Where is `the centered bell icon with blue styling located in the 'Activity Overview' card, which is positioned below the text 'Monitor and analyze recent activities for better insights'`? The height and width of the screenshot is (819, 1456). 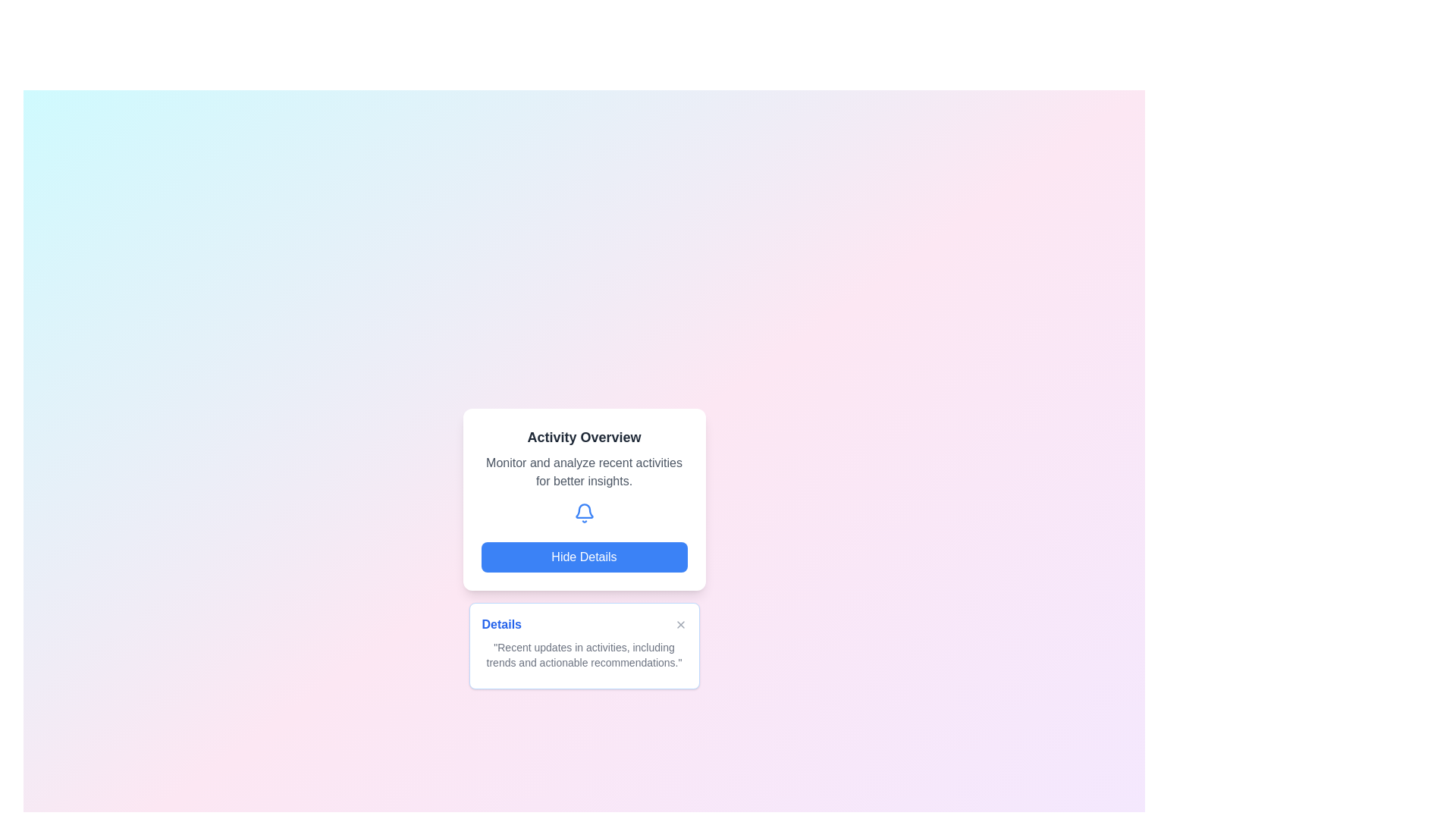 the centered bell icon with blue styling located in the 'Activity Overview' card, which is positioned below the text 'Monitor and analyze recent activities for better insights' is located at coordinates (583, 513).